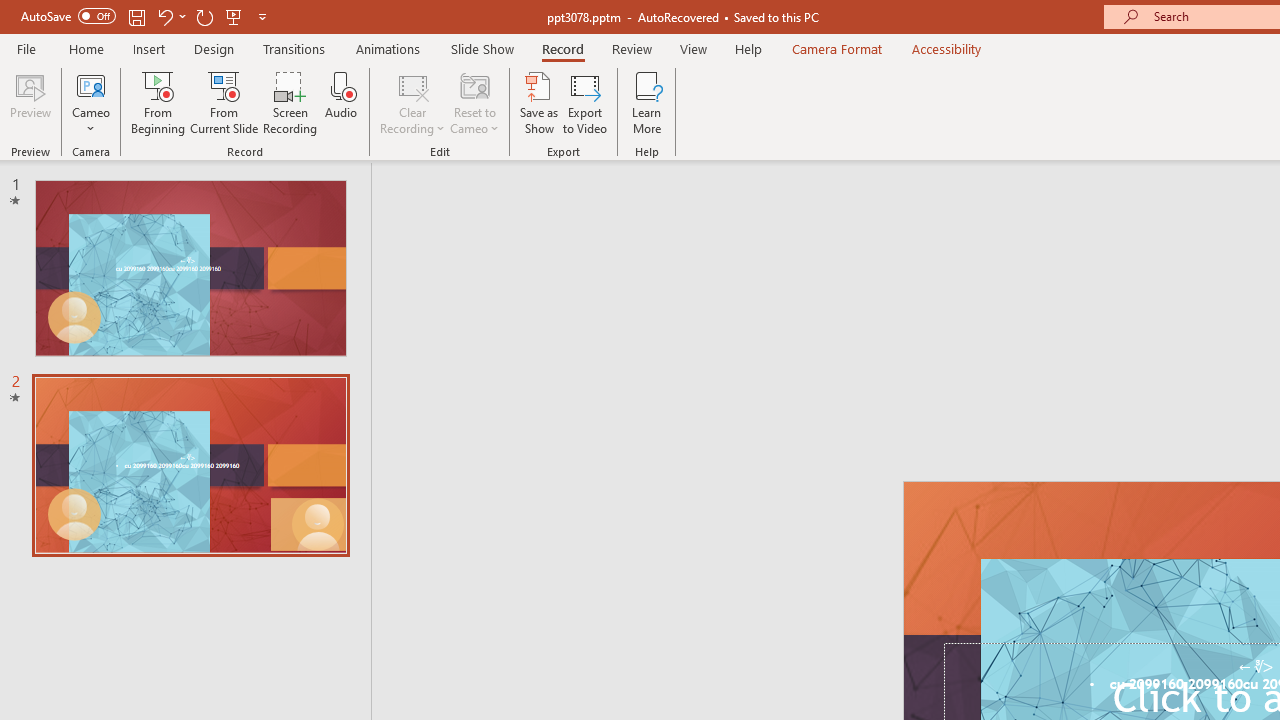 The width and height of the screenshot is (1280, 720). I want to click on 'Save as Show', so click(539, 103).